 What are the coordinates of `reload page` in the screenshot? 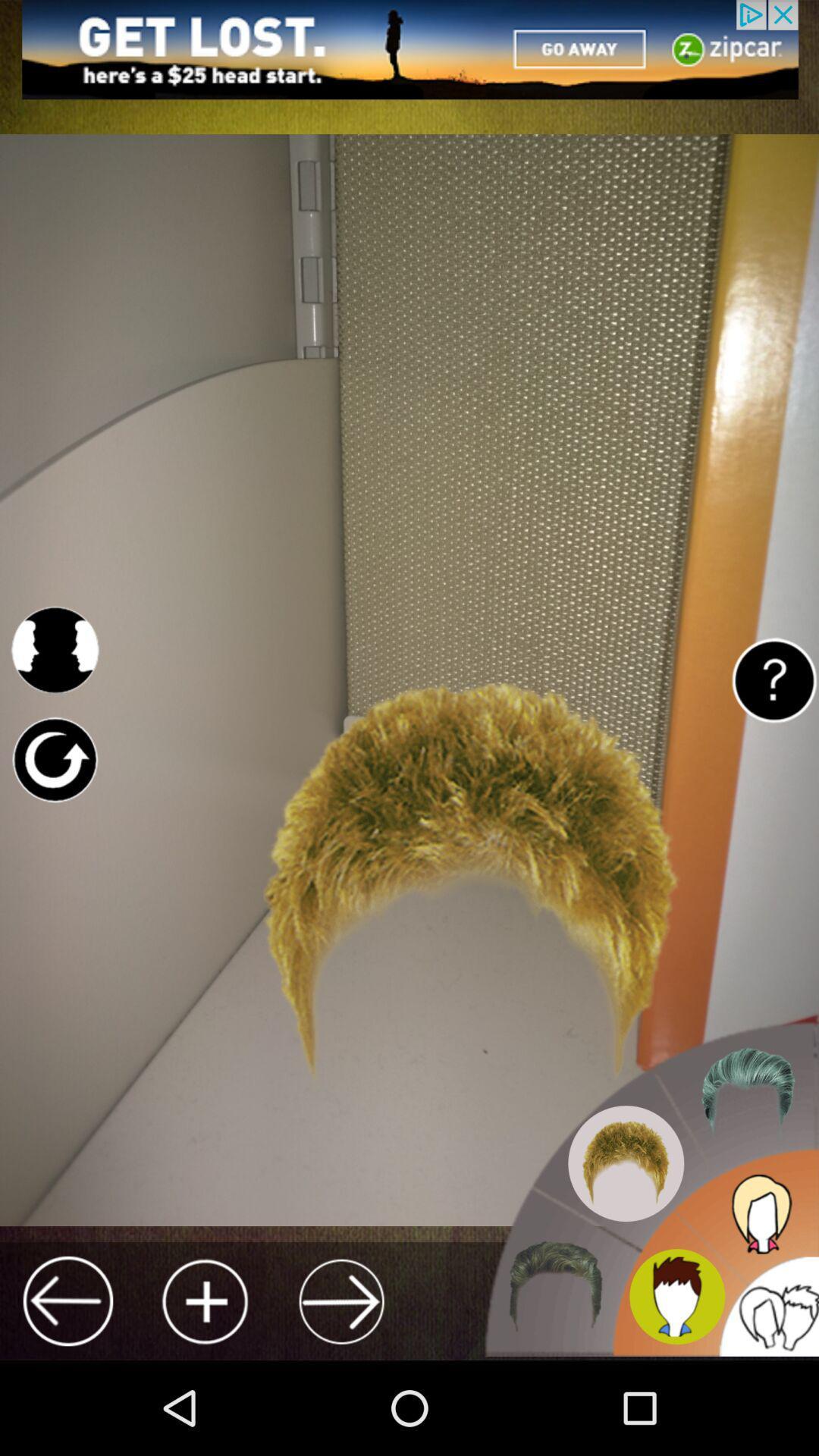 It's located at (54, 760).